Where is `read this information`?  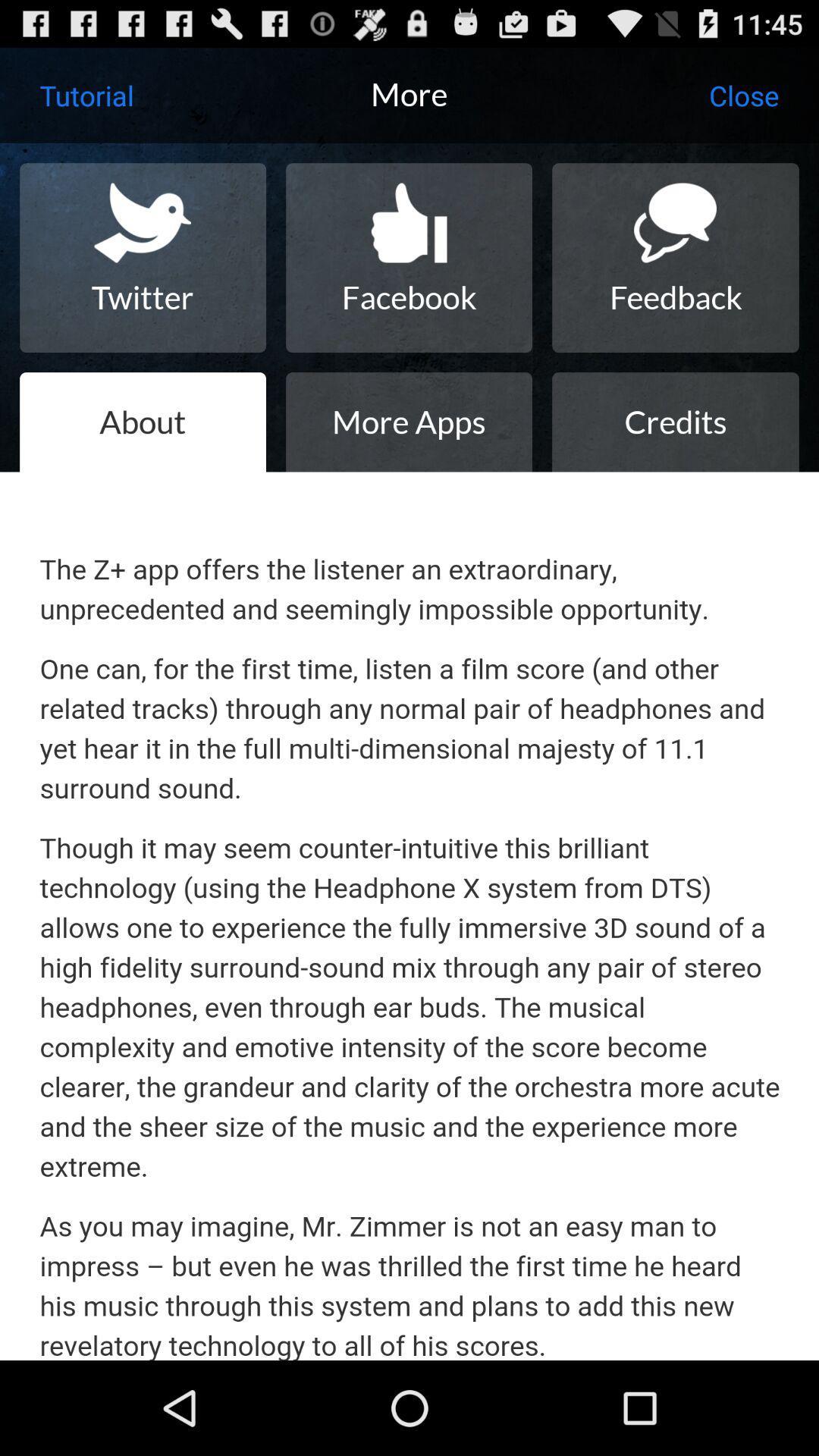 read this information is located at coordinates (409, 915).